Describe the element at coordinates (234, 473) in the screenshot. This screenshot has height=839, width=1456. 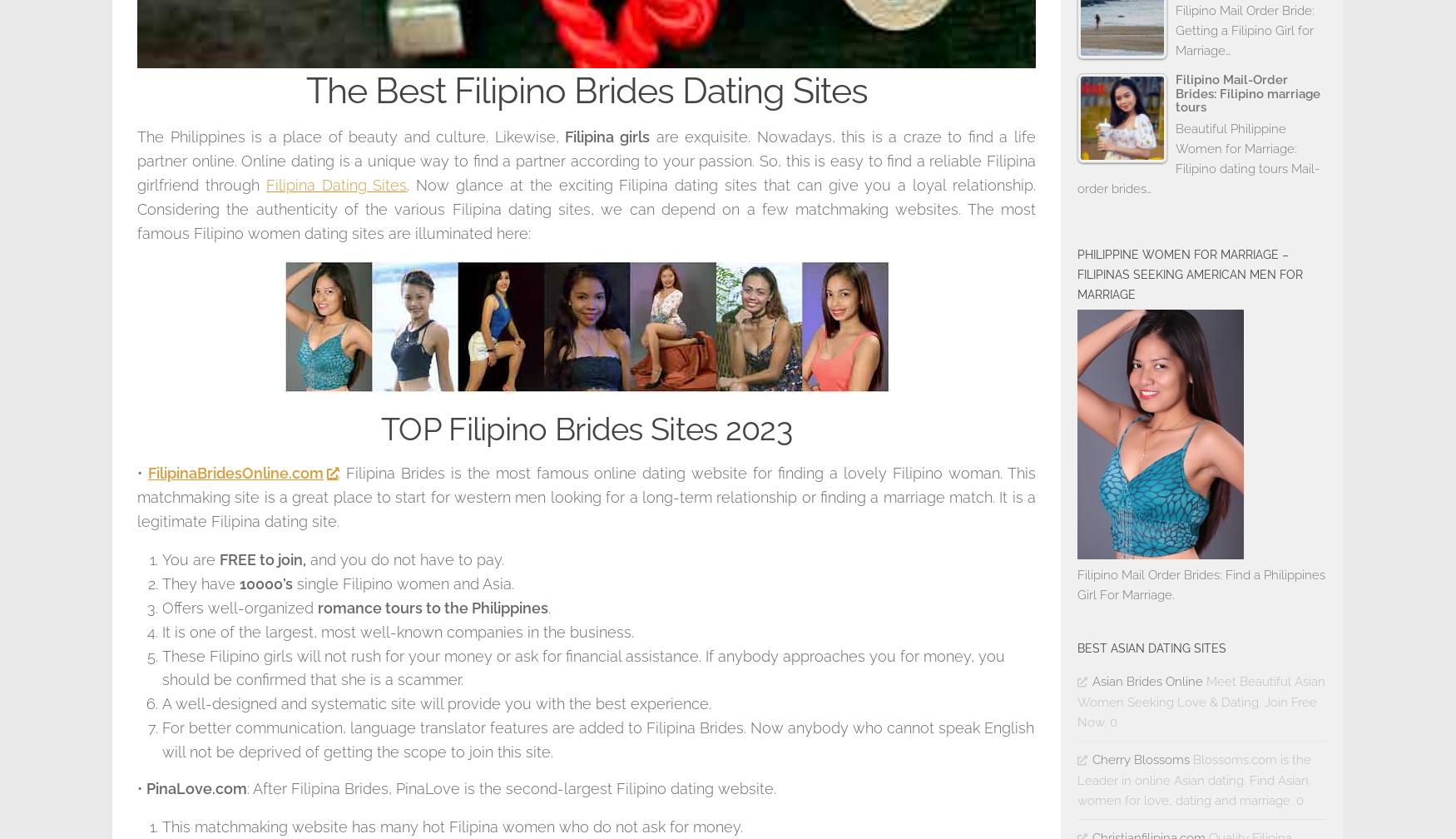
I see `'FilipinaBridesOnline.com'` at that location.